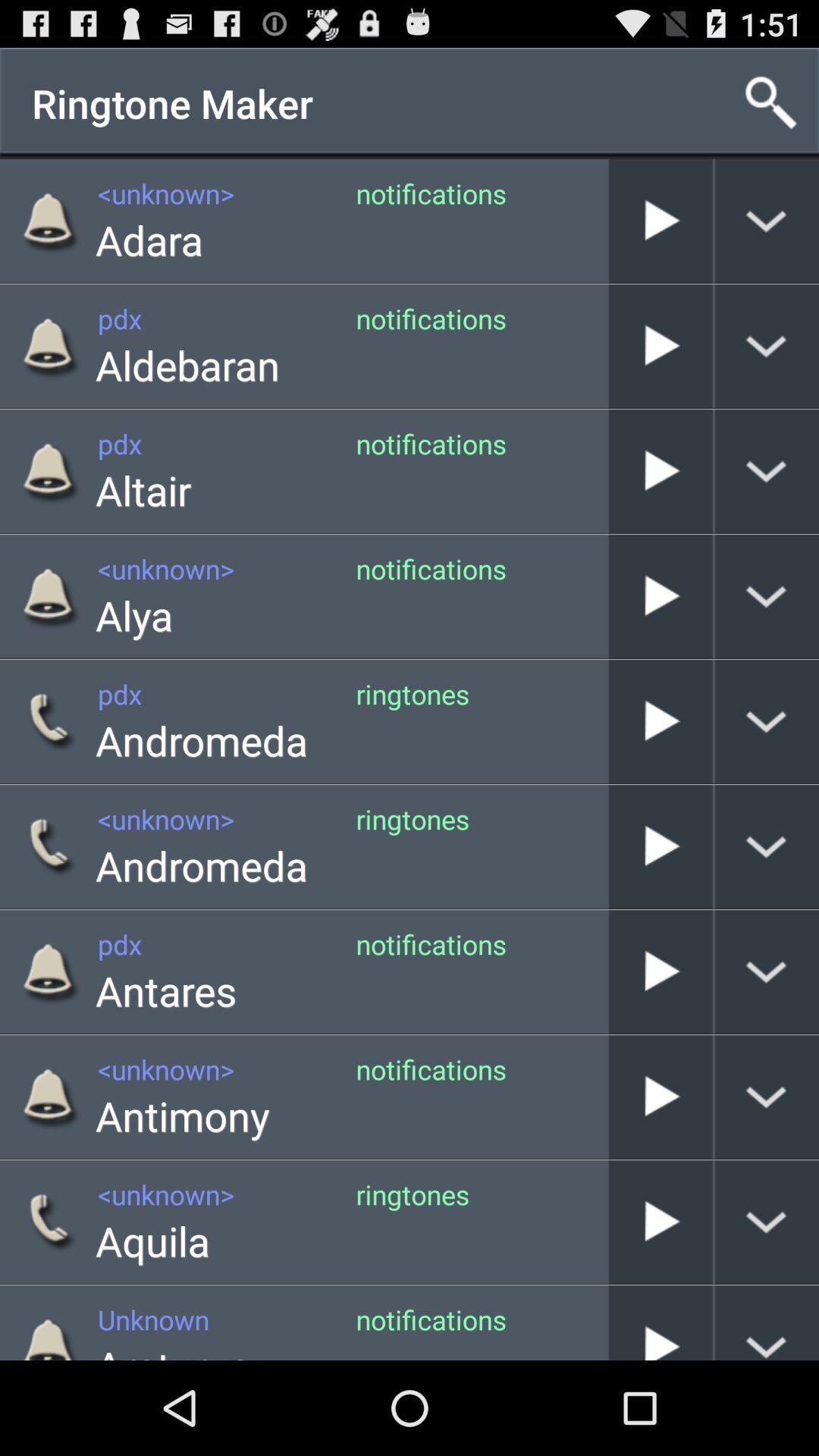 This screenshot has height=1456, width=819. I want to click on show more information, so click(767, 1322).